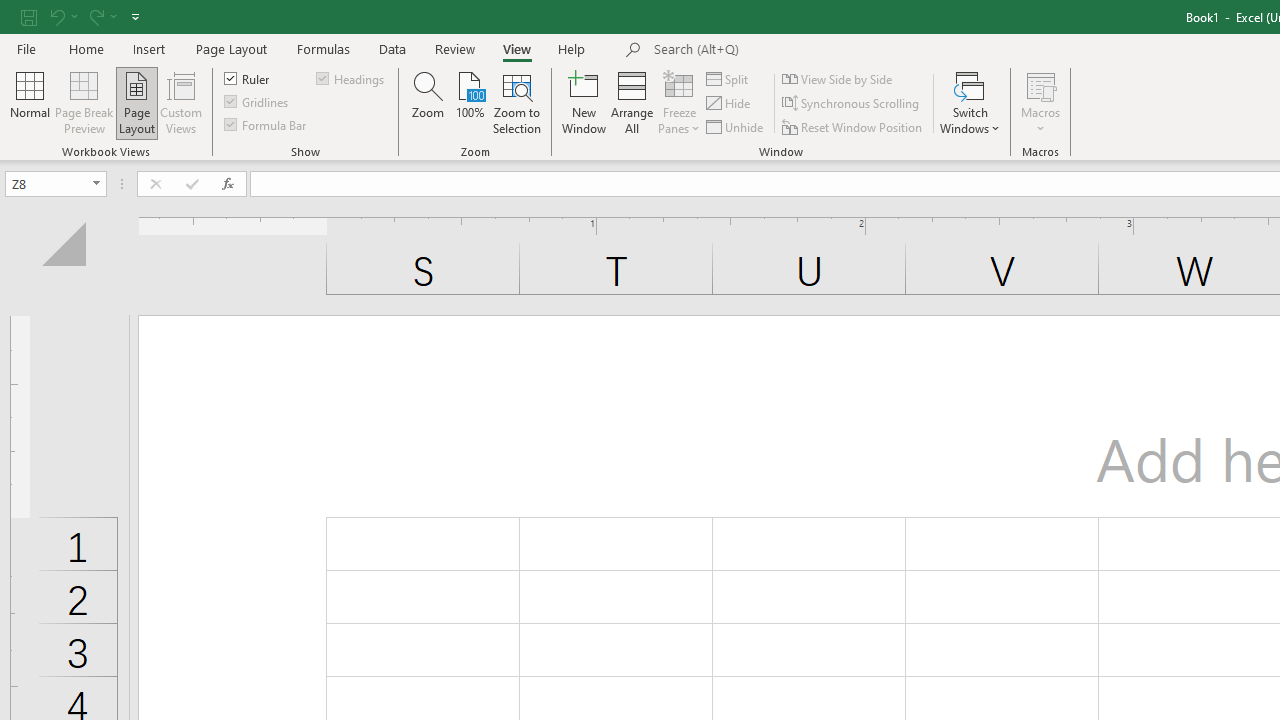 Image resolution: width=1280 pixels, height=720 pixels. What do you see at coordinates (517, 103) in the screenshot?
I see `'Zoom to Selection'` at bounding box center [517, 103].